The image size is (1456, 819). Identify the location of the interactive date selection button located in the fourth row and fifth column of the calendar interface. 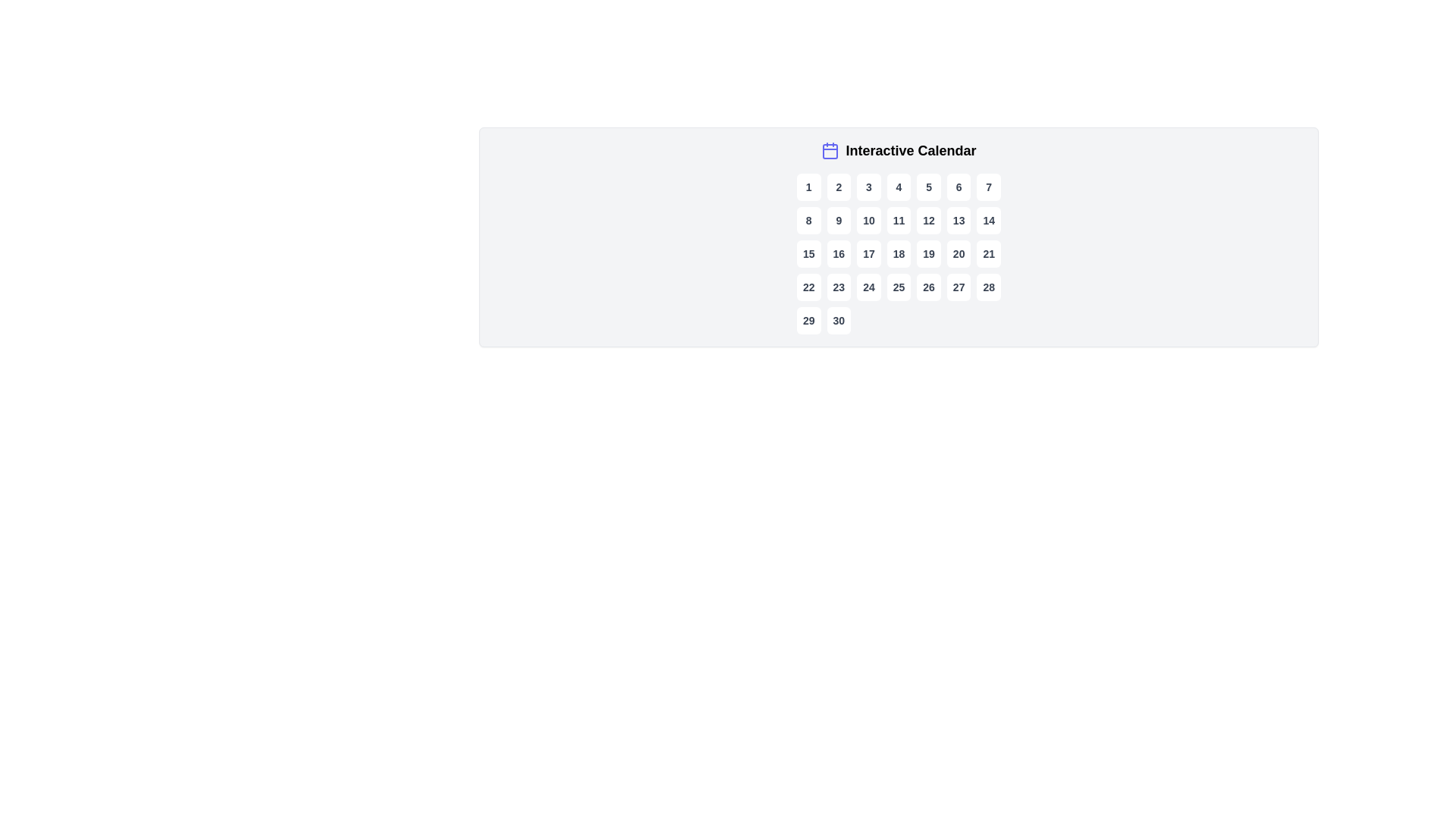
(928, 287).